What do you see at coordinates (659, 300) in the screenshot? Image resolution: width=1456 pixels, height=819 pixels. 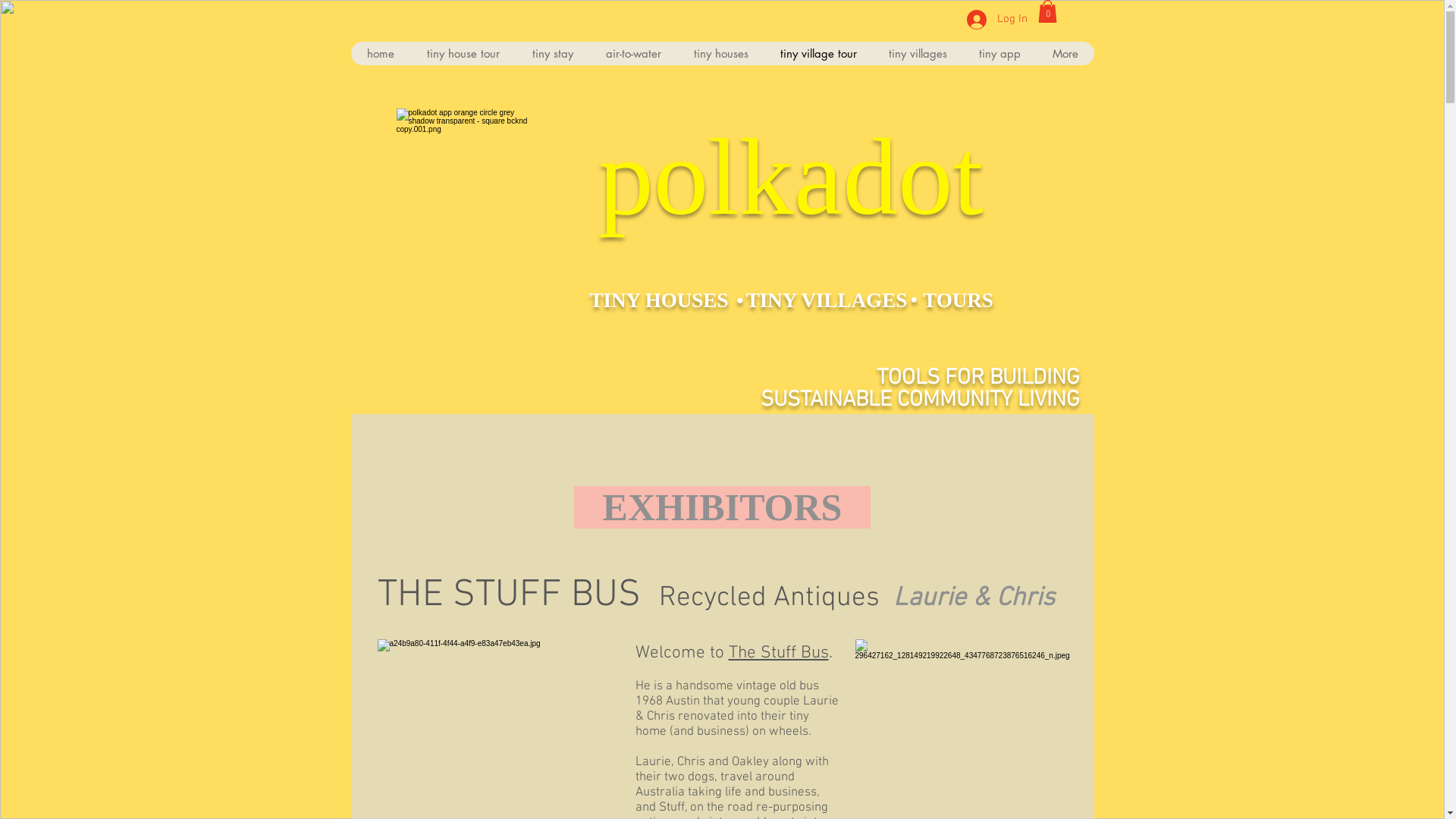 I see `'TINY HOUSES'` at bounding box center [659, 300].